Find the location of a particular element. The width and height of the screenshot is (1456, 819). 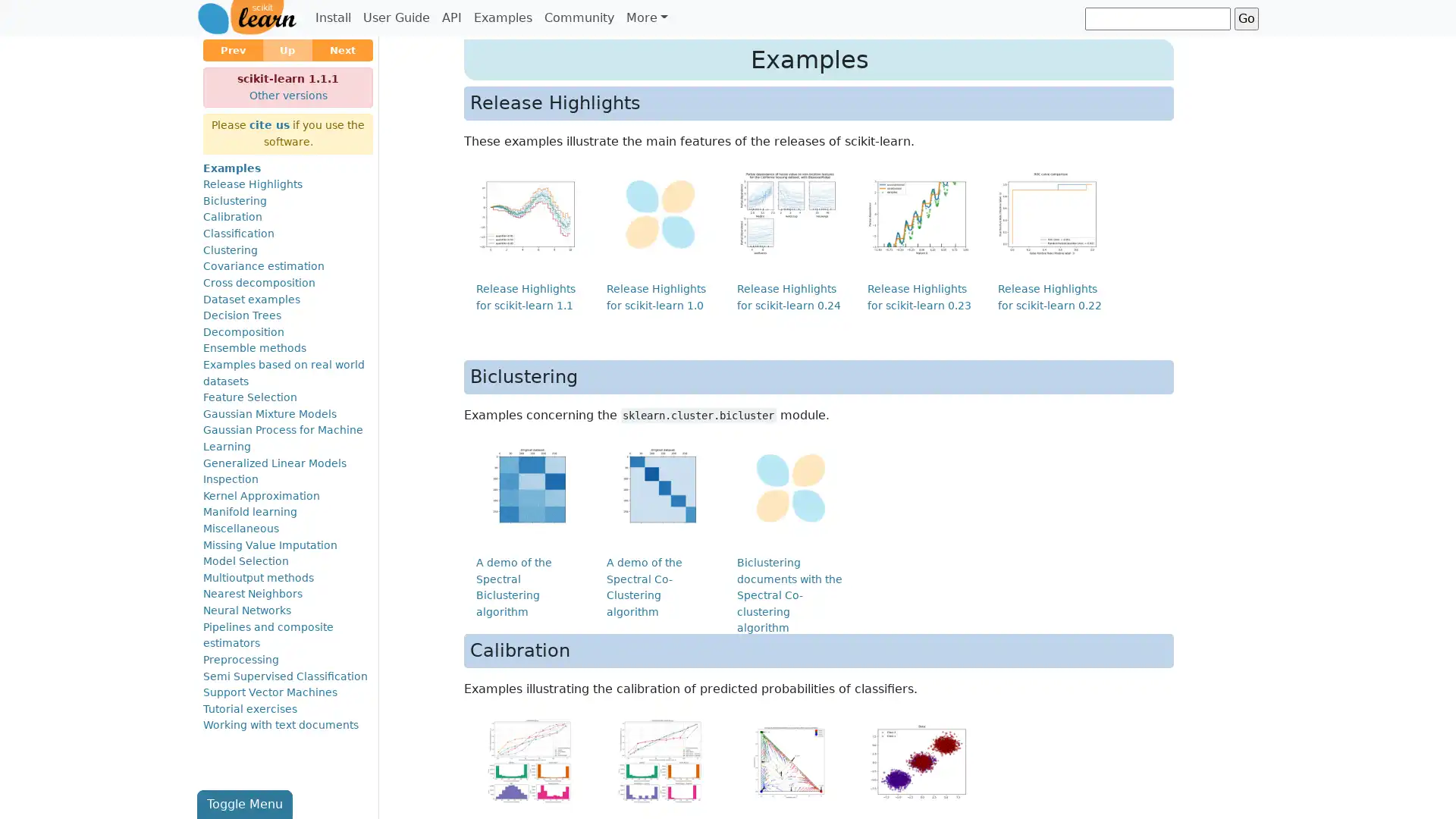

Go is located at coordinates (1246, 17).